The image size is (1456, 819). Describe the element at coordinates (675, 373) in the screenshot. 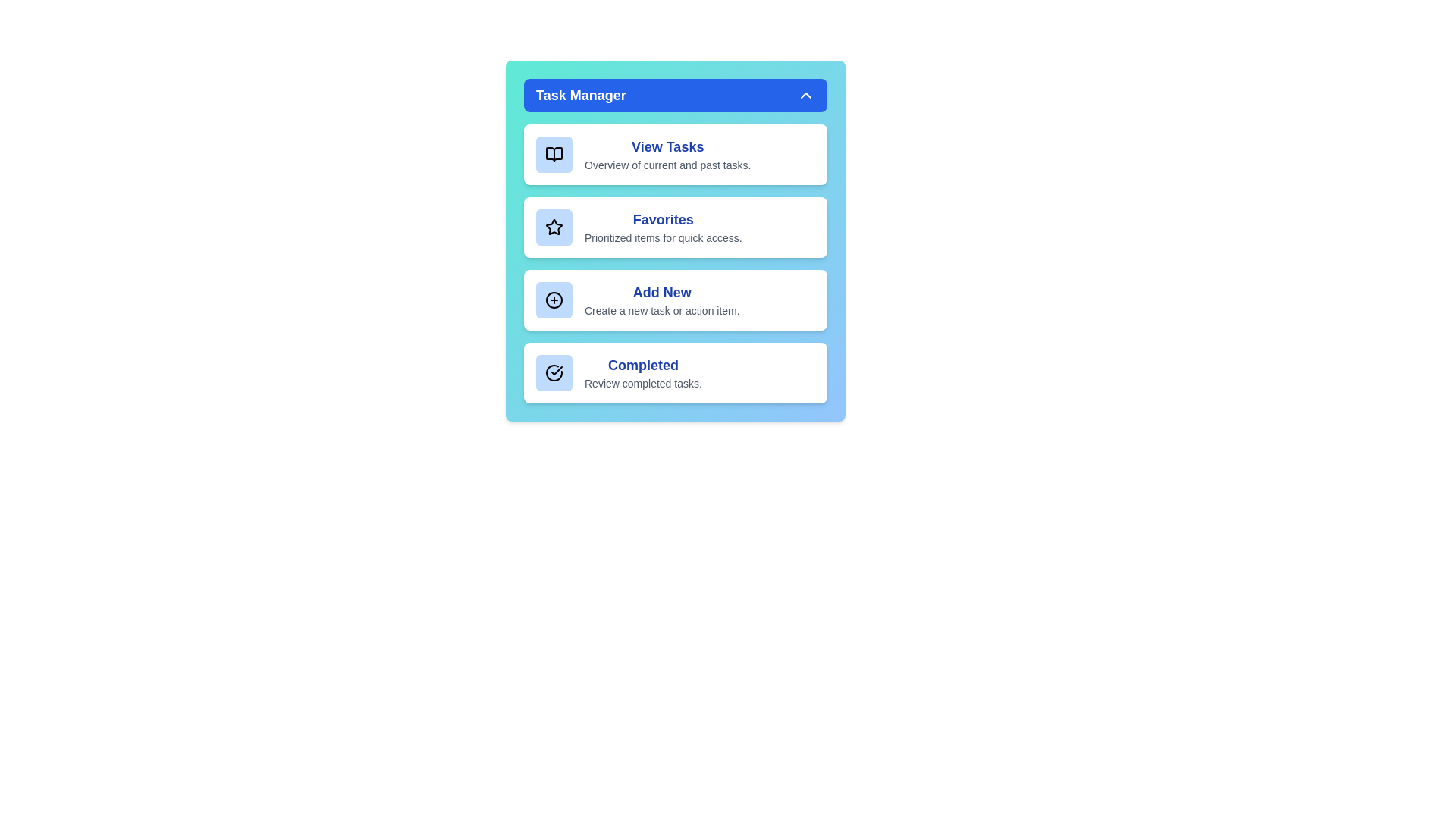

I see `the list item Completed to view its hover effect` at that location.